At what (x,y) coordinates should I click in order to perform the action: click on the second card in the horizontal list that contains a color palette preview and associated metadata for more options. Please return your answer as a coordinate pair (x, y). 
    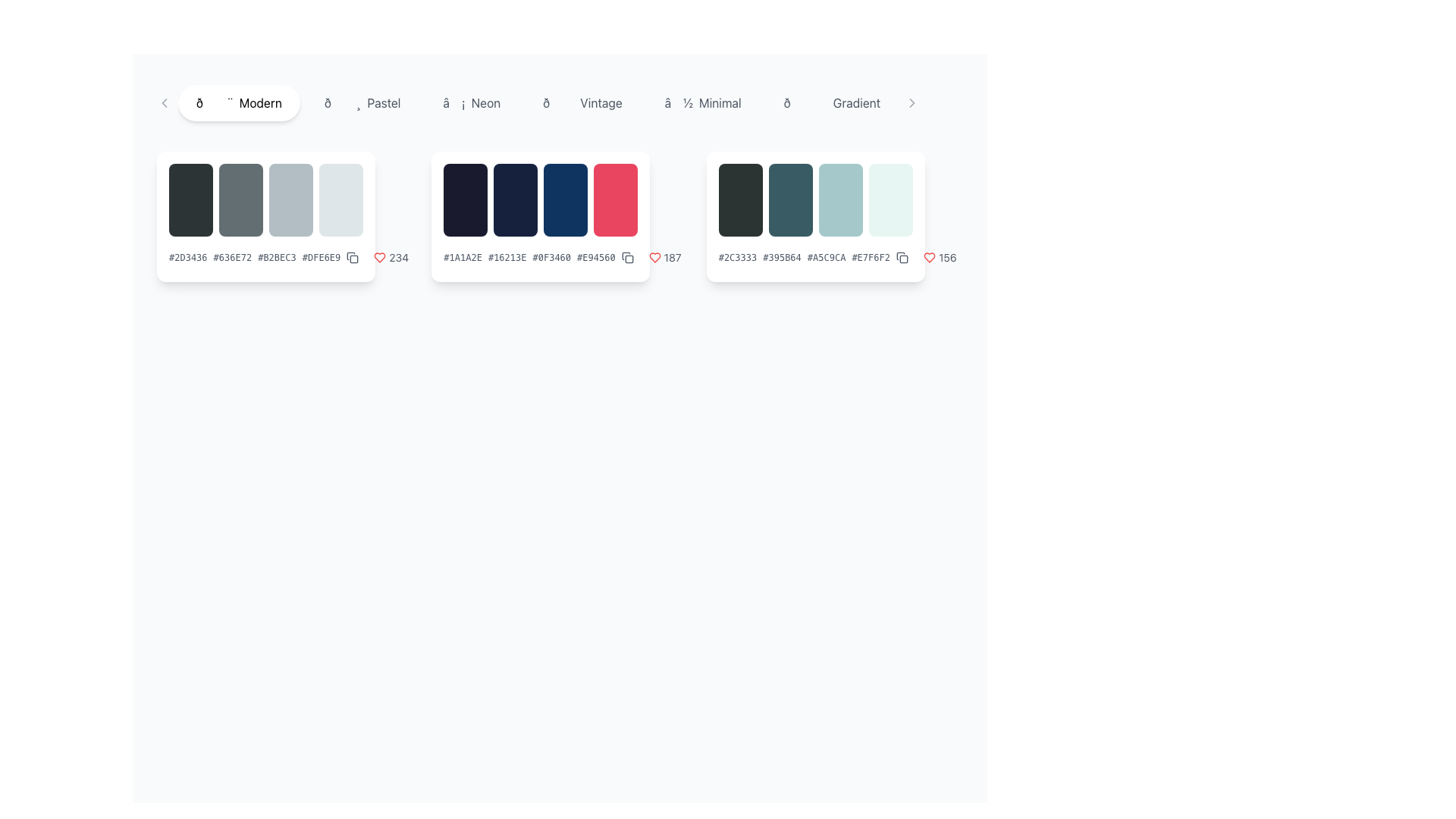
    Looking at the image, I should click on (541, 216).